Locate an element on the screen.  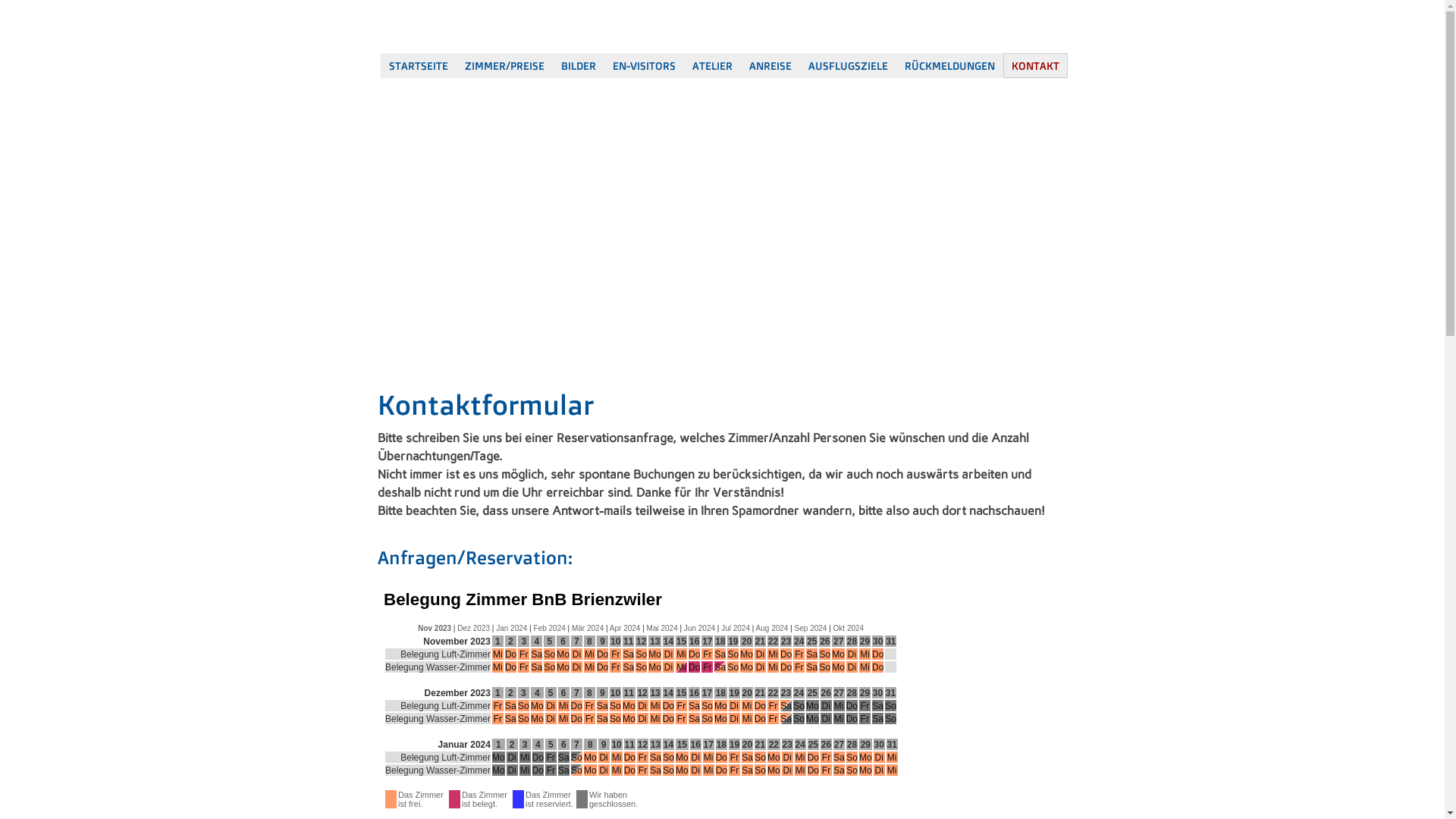
'STARTSEITE' is located at coordinates (381, 64).